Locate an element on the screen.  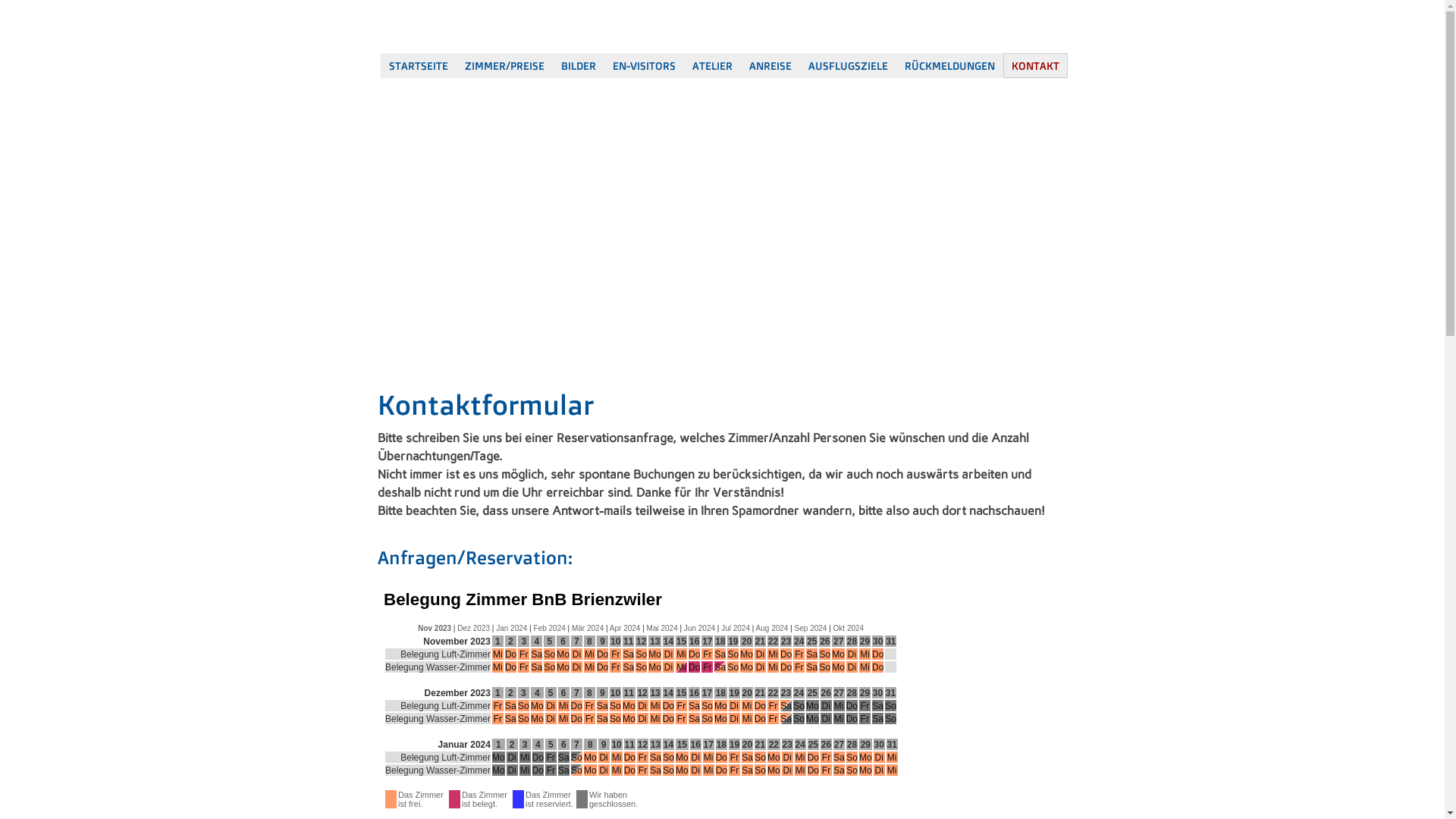
'STARTSEITE' is located at coordinates (381, 64).